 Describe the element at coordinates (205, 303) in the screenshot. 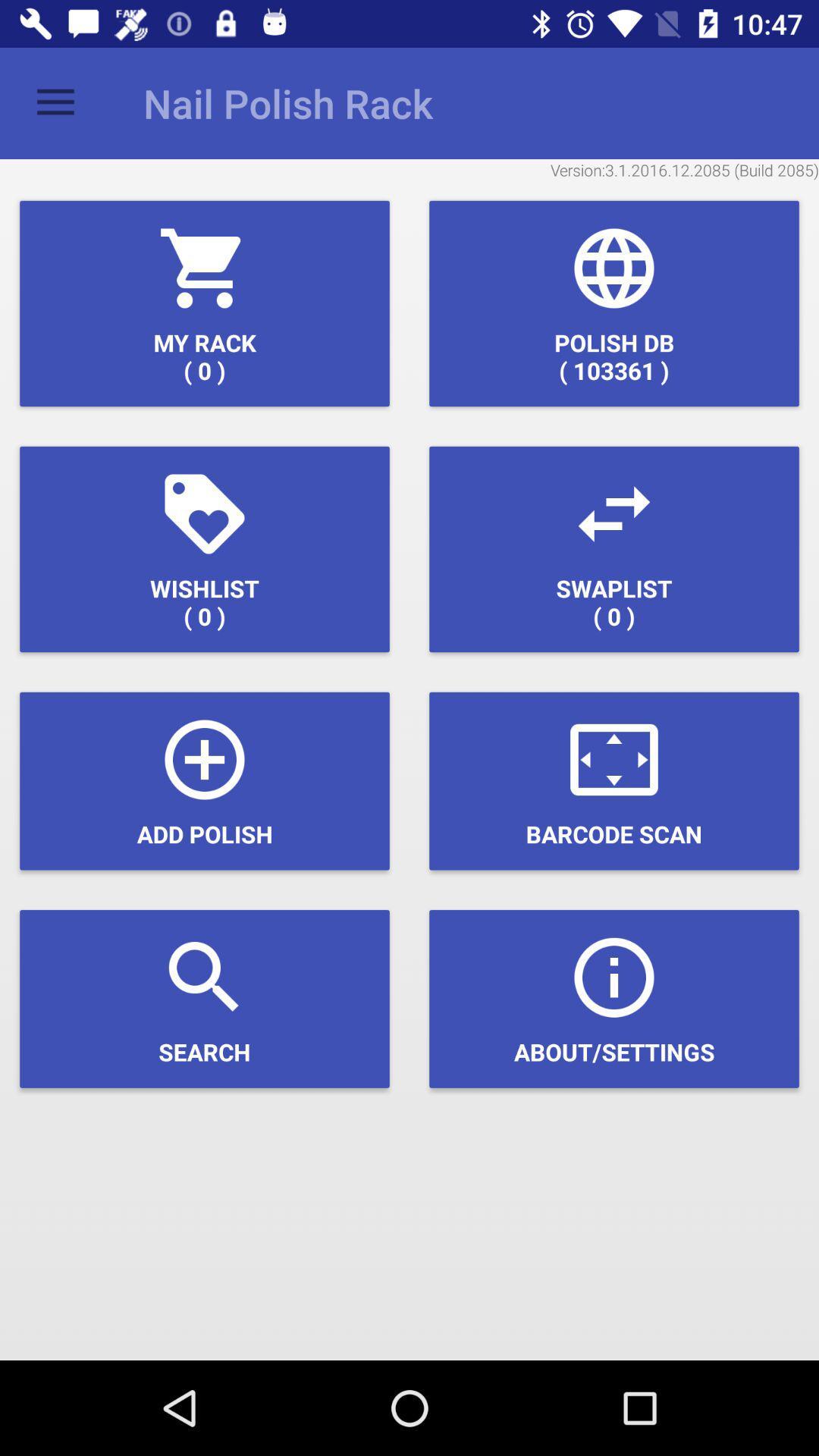

I see `the my rack` at that location.